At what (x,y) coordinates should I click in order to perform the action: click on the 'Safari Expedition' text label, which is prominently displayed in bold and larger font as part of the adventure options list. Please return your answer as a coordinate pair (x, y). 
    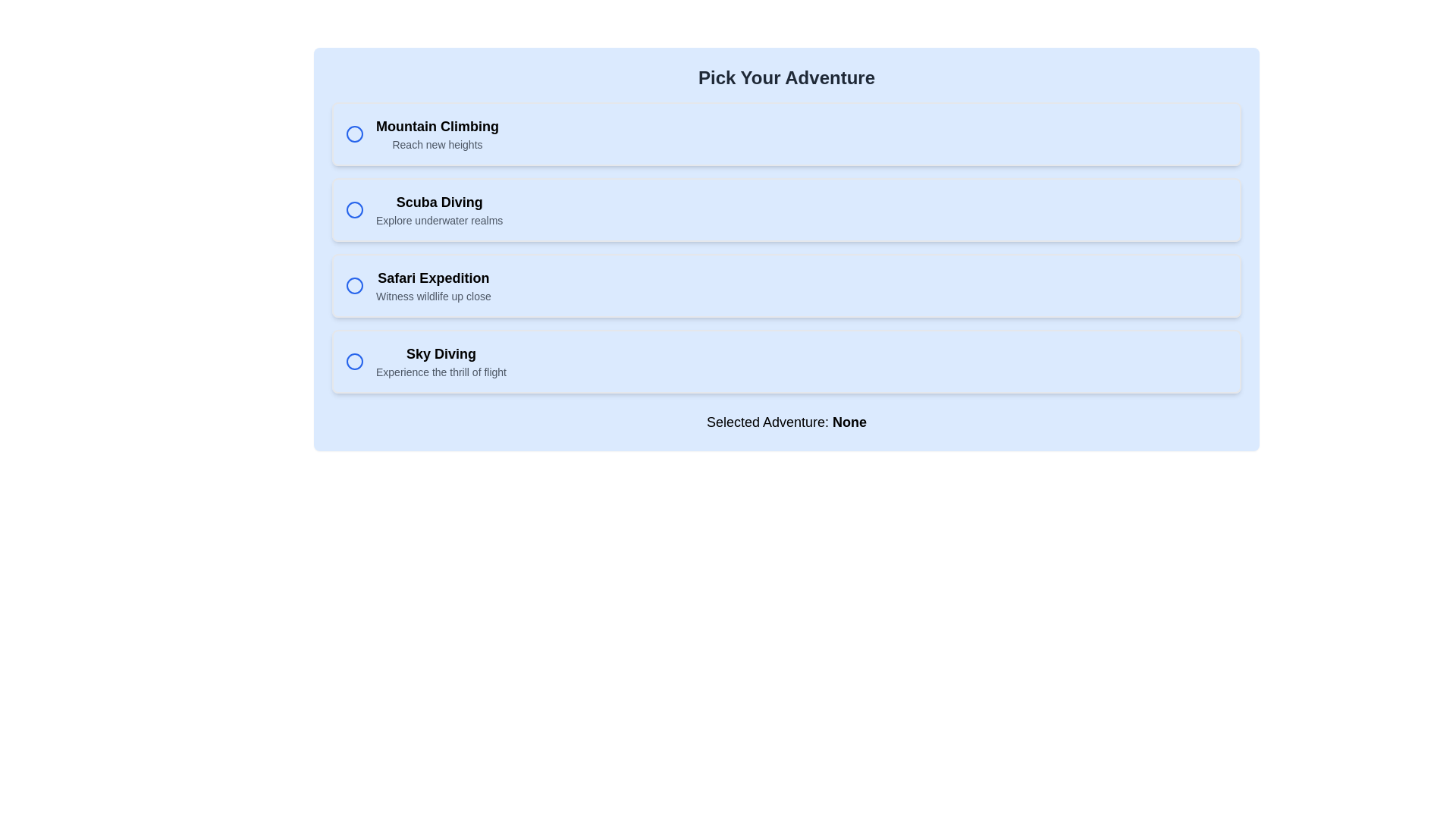
    Looking at the image, I should click on (432, 278).